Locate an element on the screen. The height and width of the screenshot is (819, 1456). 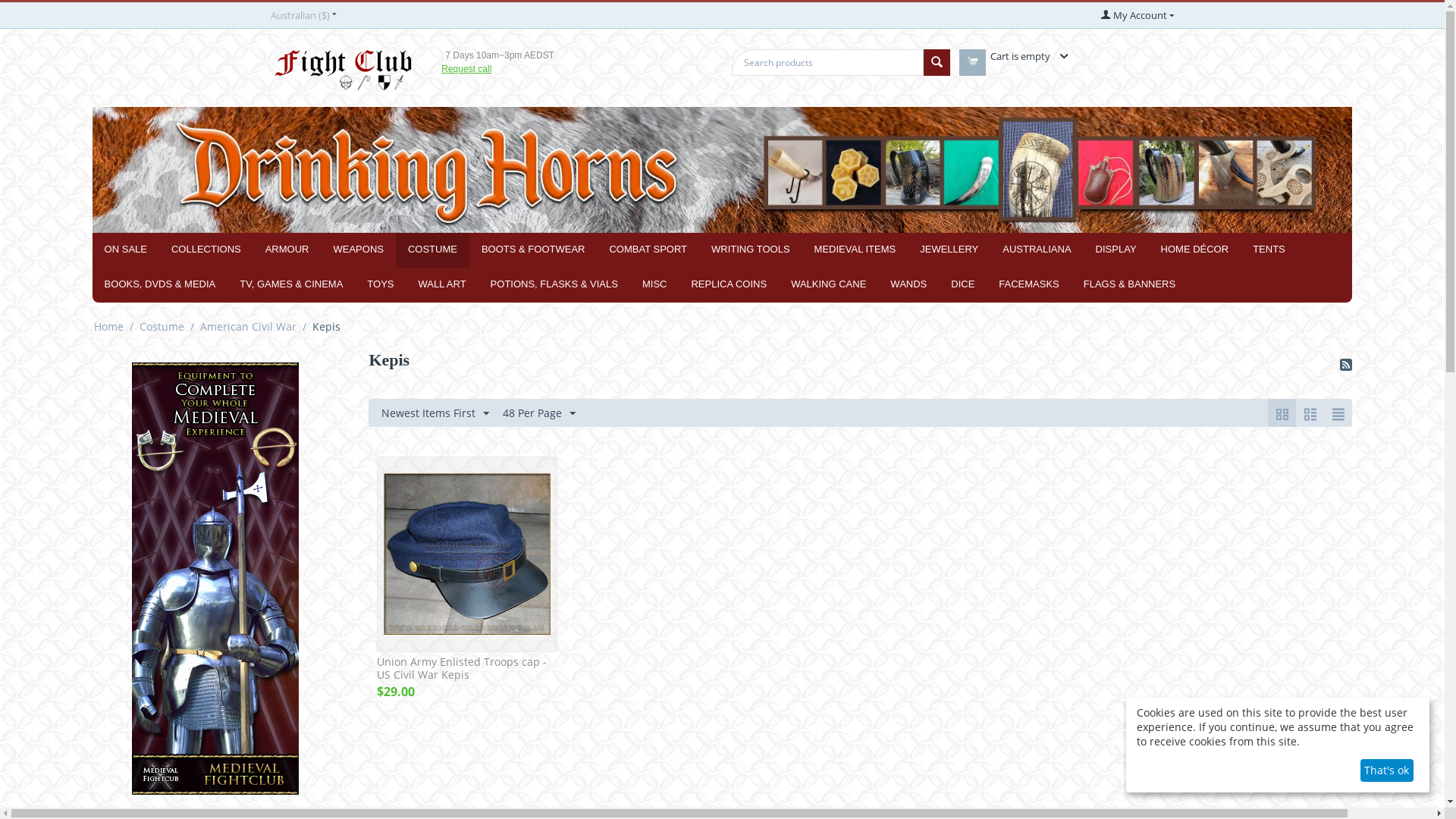
'AUSTRALIANA' is located at coordinates (1036, 249).